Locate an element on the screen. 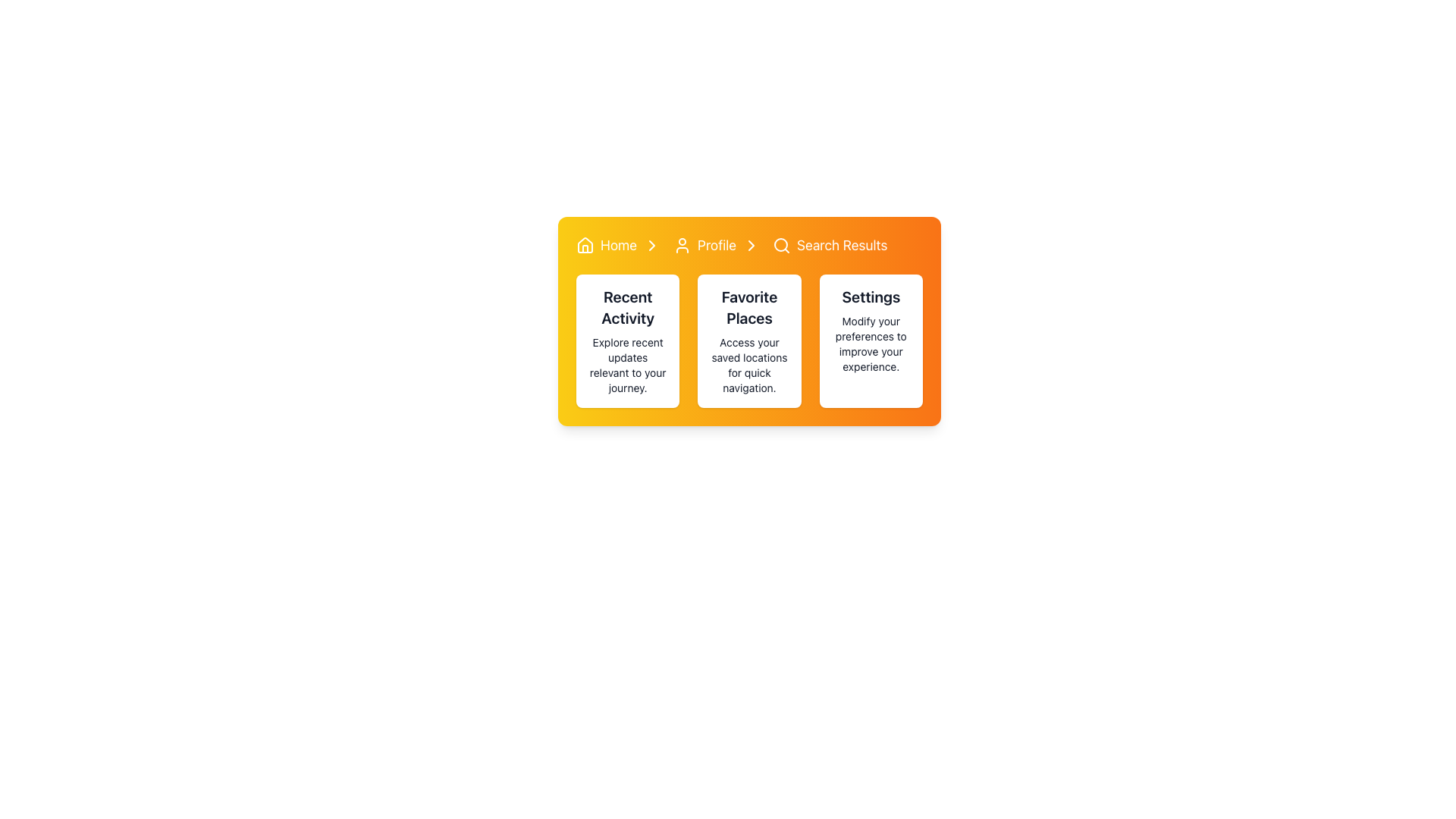 This screenshot has height=819, width=1456. the 'Search Results' clickable text link in the top navigation bar is located at coordinates (841, 245).